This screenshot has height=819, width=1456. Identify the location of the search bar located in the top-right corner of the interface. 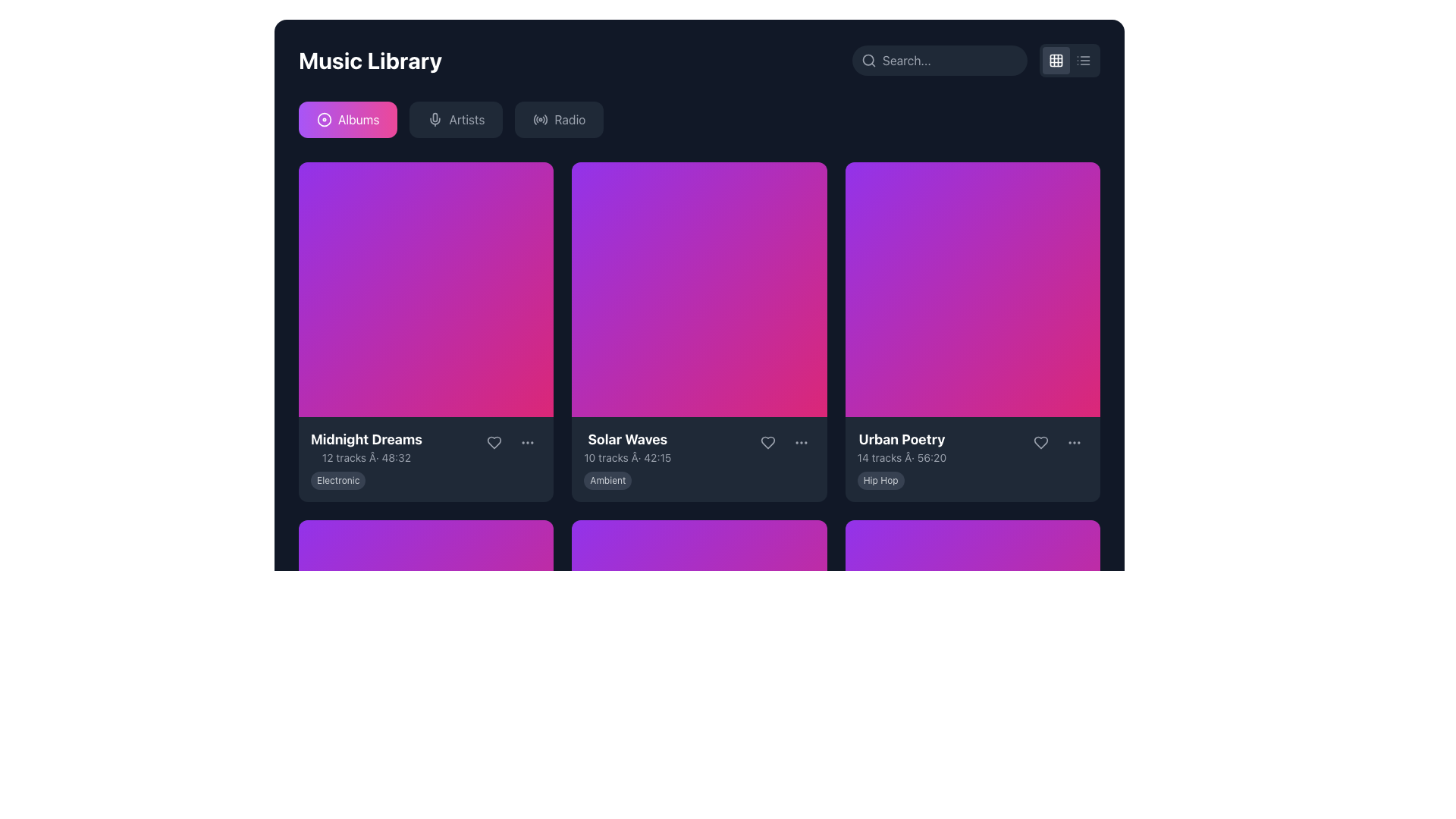
(939, 60).